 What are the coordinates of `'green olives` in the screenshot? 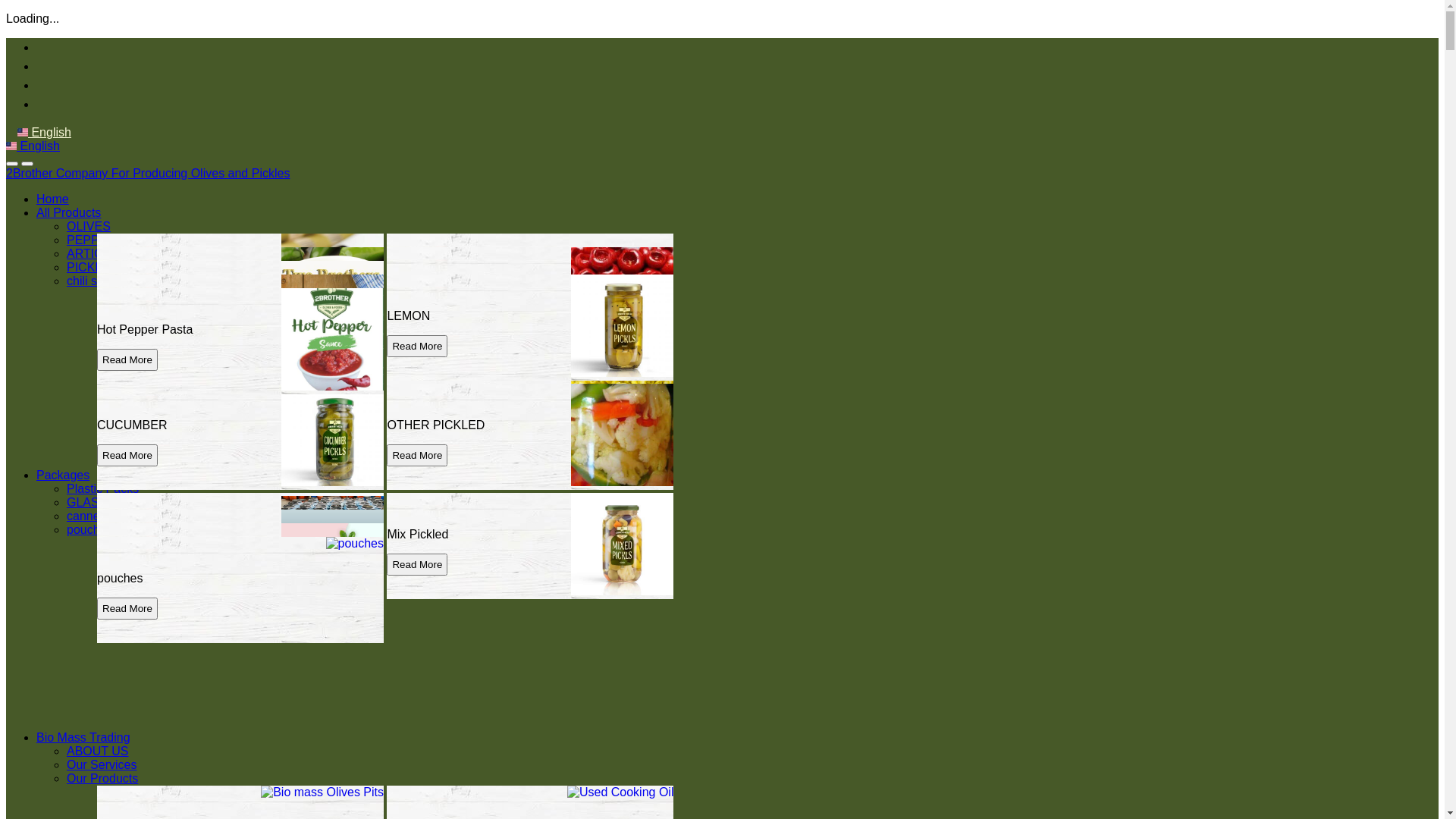 It's located at (386, 394).